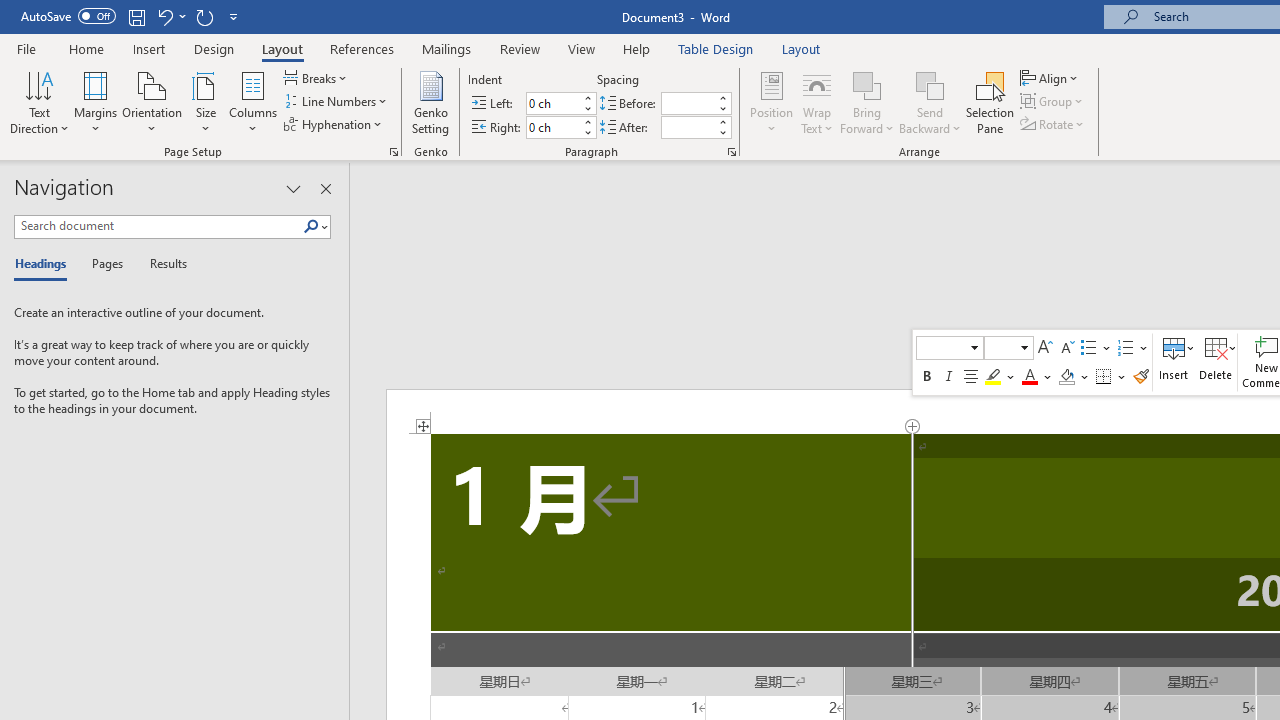  What do you see at coordinates (990, 103) in the screenshot?
I see `'Selection Pane...'` at bounding box center [990, 103].